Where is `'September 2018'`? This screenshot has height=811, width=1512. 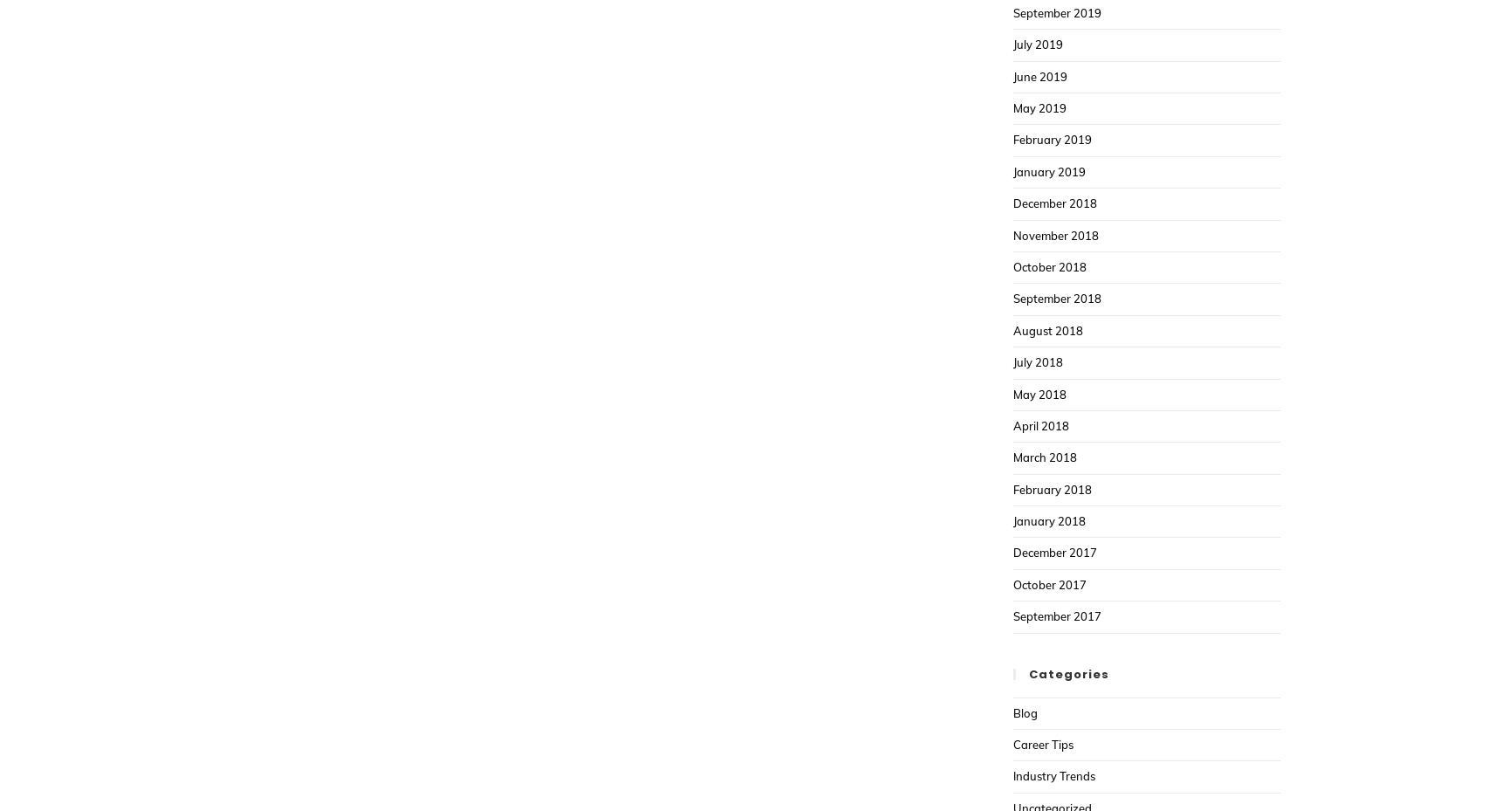
'September 2018' is located at coordinates (1056, 298).